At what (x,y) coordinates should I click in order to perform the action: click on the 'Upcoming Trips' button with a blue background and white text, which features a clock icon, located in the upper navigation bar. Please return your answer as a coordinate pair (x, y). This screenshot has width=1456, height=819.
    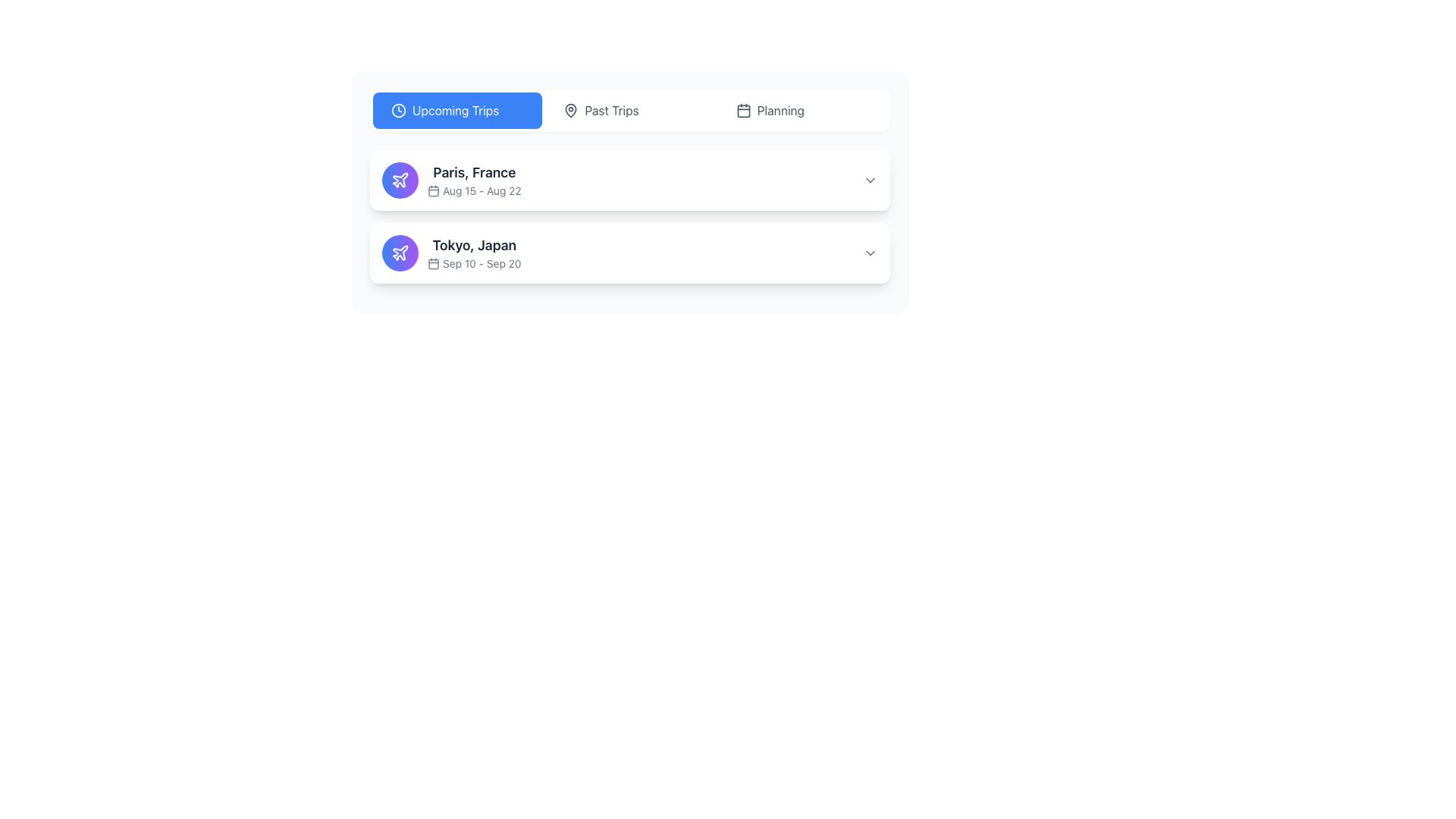
    Looking at the image, I should click on (457, 110).